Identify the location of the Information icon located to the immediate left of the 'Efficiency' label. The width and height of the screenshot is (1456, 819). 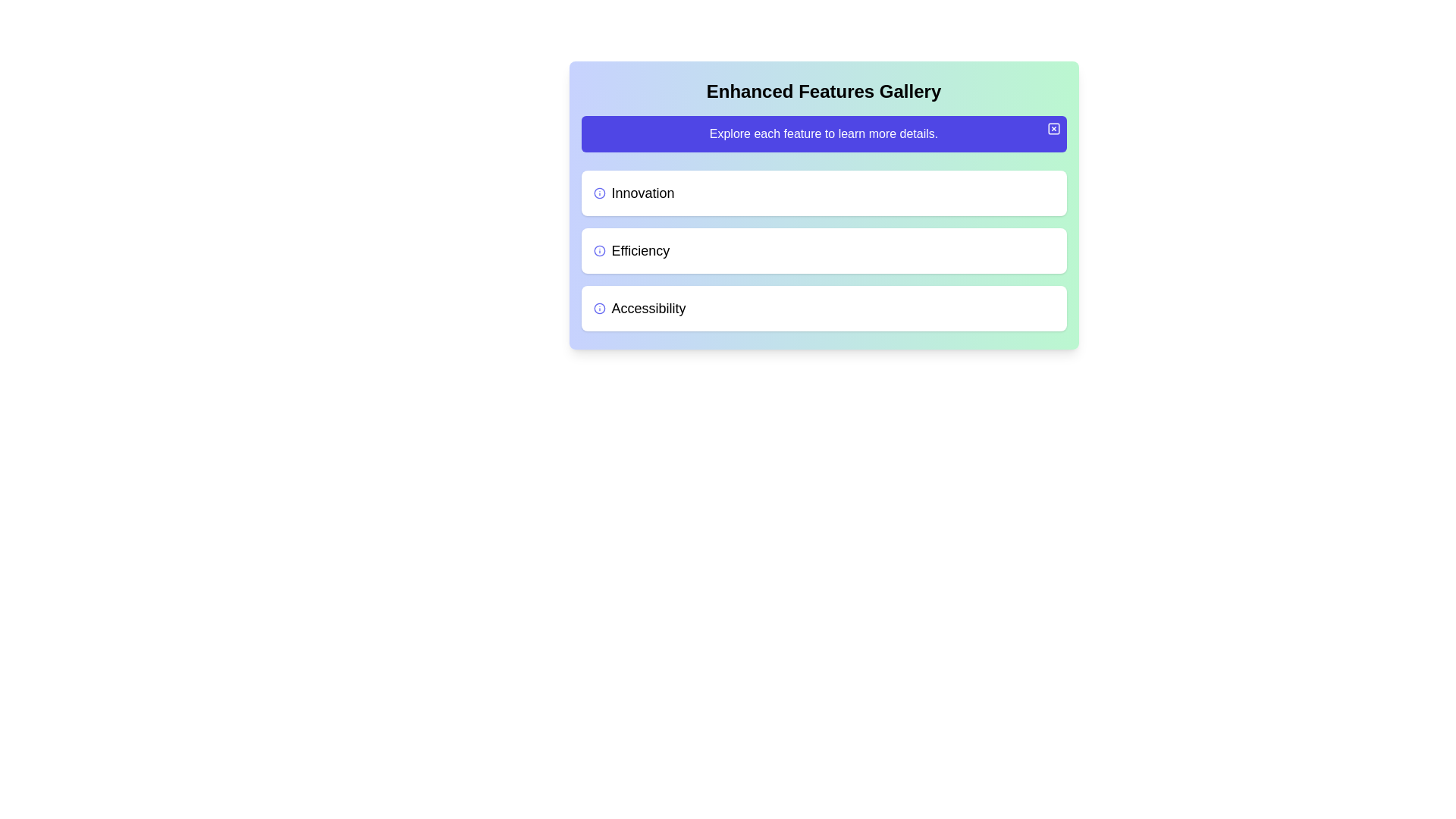
(598, 250).